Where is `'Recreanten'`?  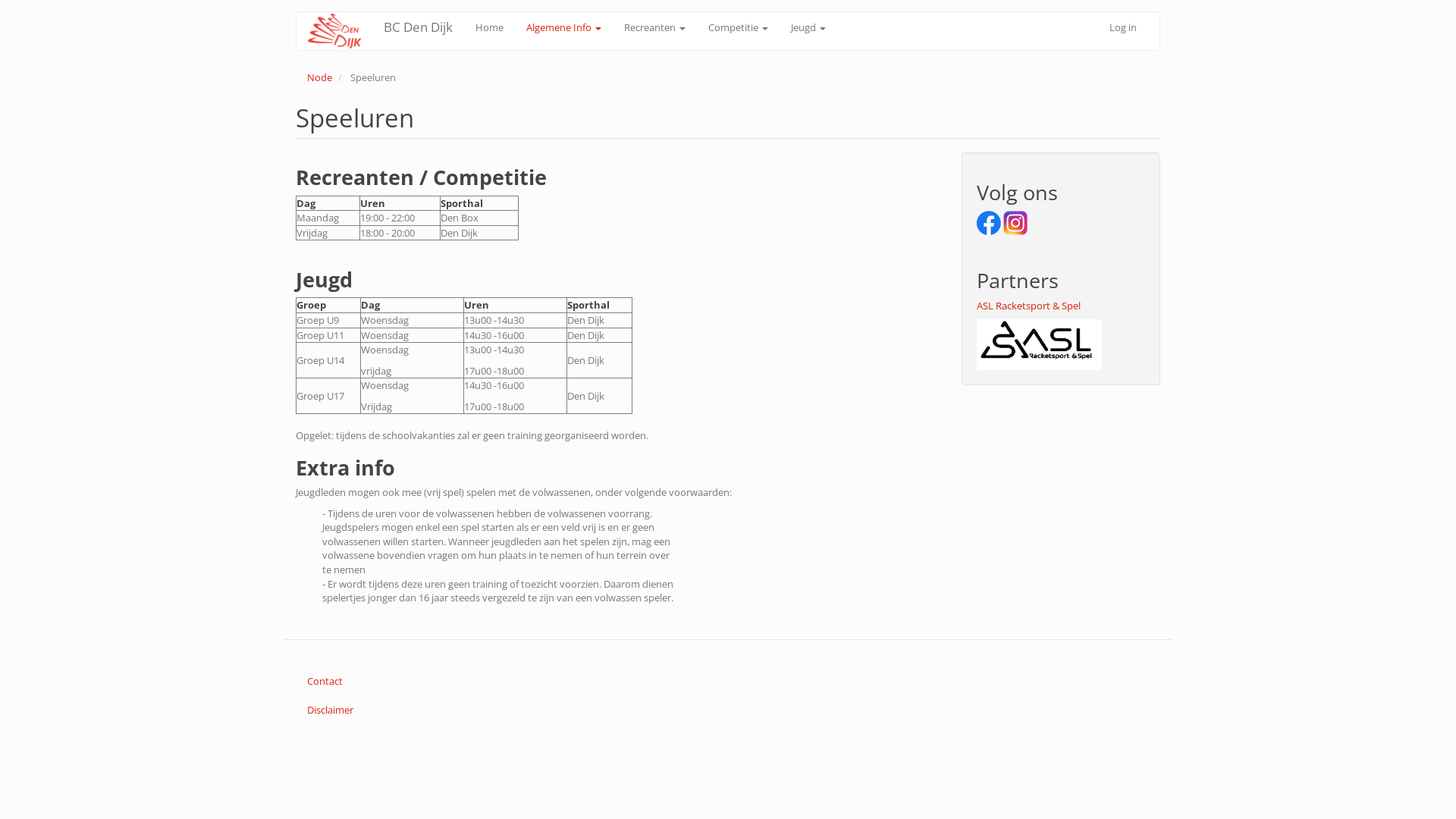
'Recreanten' is located at coordinates (654, 27).